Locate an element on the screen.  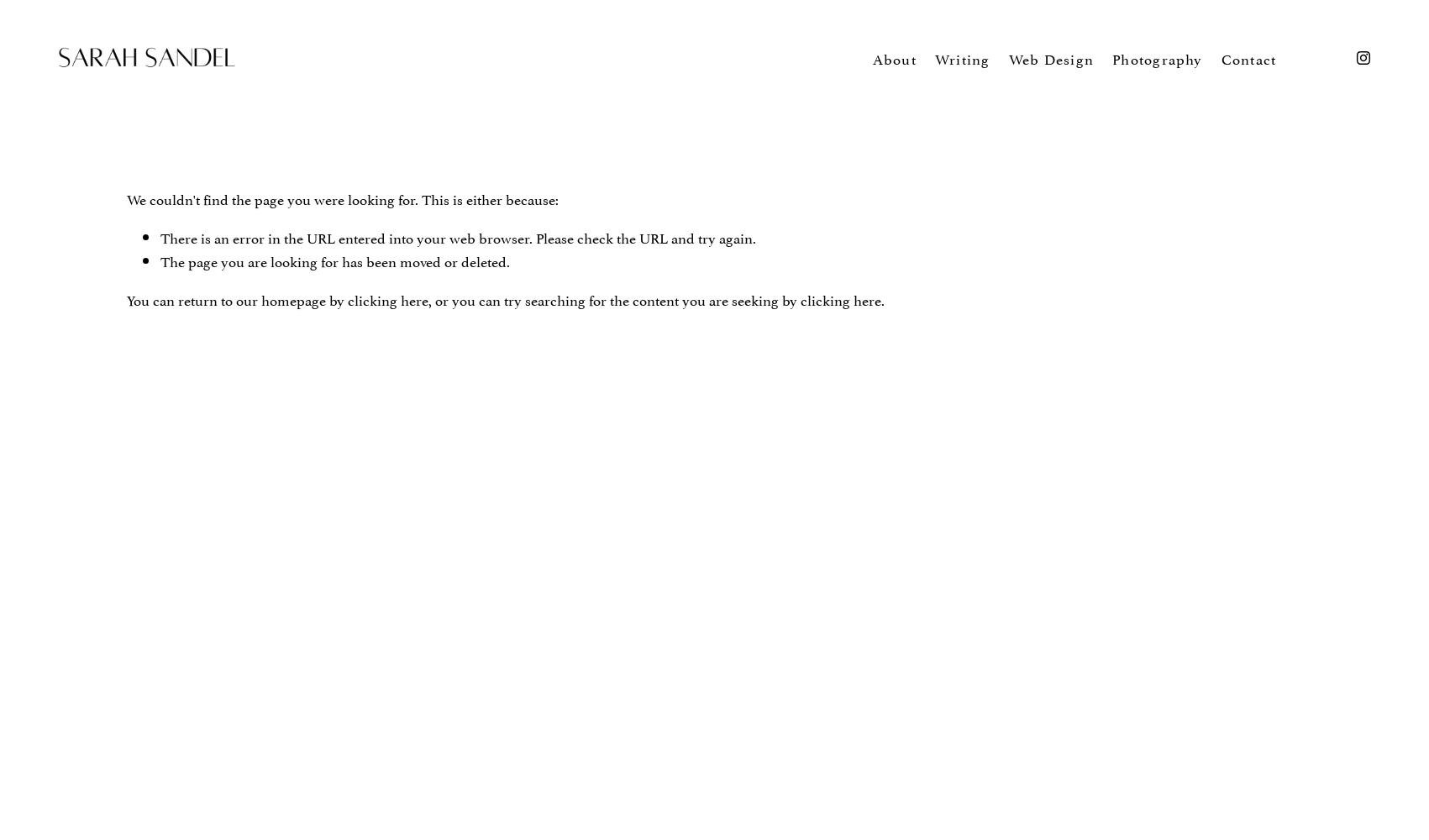
', or you can try searching for the
  content you are seeking by' is located at coordinates (613, 297).